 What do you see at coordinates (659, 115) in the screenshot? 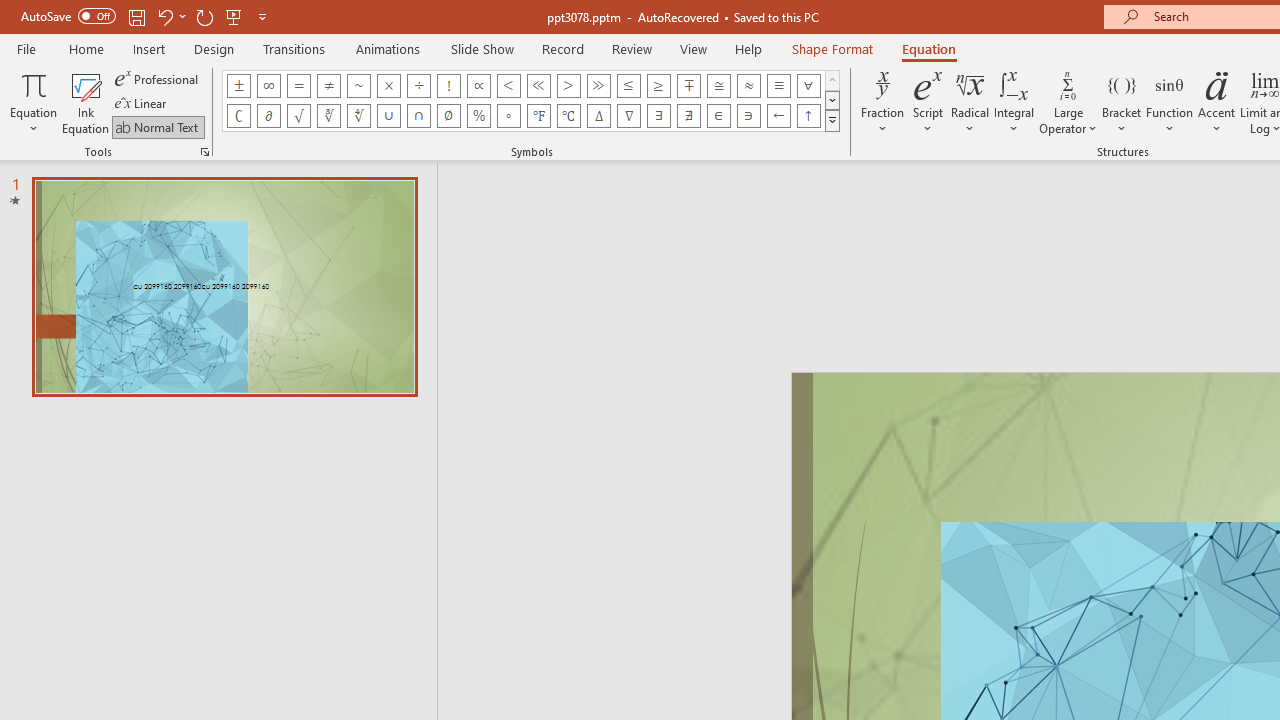
I see `'Equation Symbol There Exists'` at bounding box center [659, 115].